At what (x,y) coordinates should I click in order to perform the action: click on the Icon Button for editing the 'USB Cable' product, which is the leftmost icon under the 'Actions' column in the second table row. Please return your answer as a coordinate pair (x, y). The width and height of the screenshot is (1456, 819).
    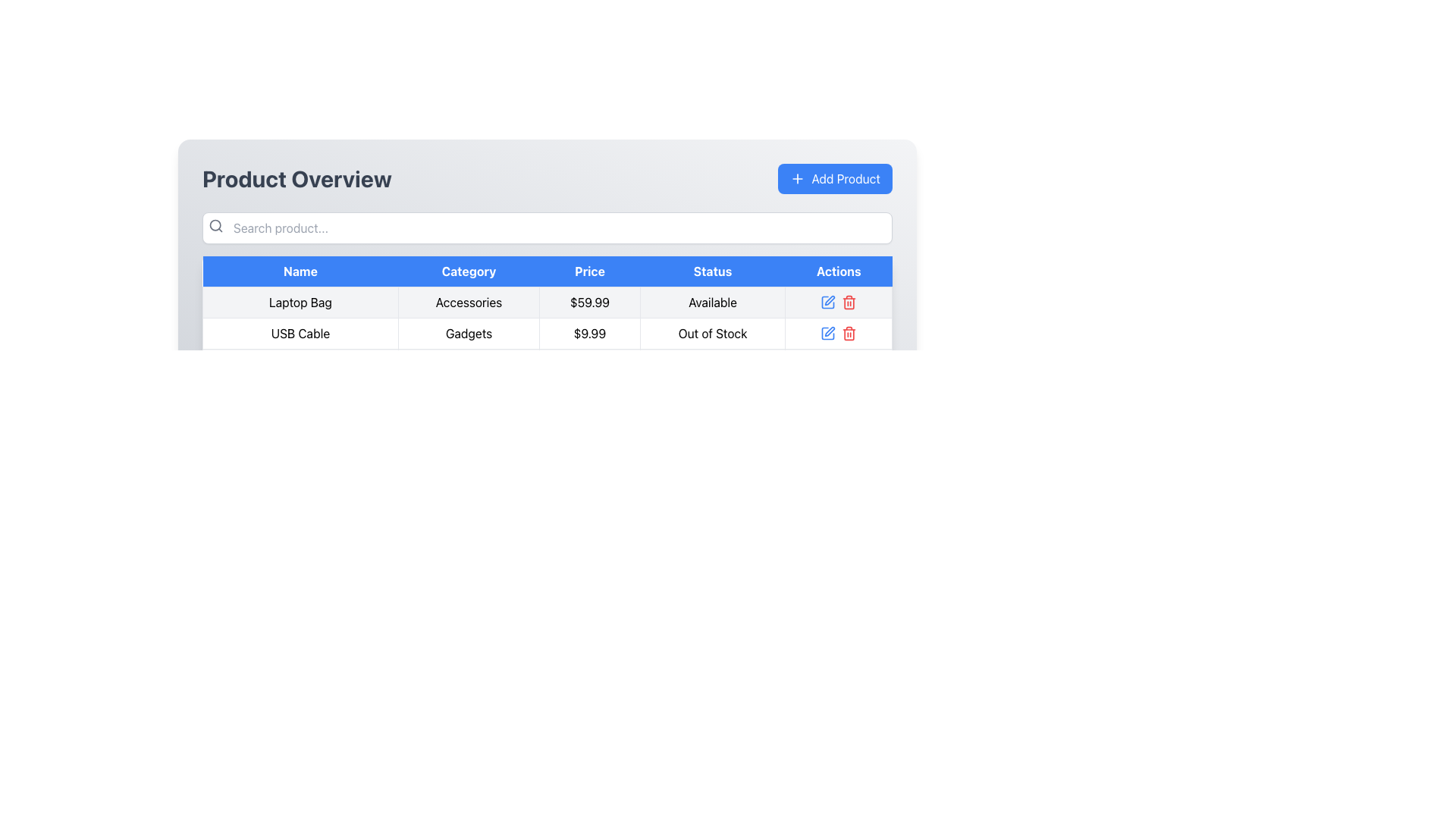
    Looking at the image, I should click on (827, 332).